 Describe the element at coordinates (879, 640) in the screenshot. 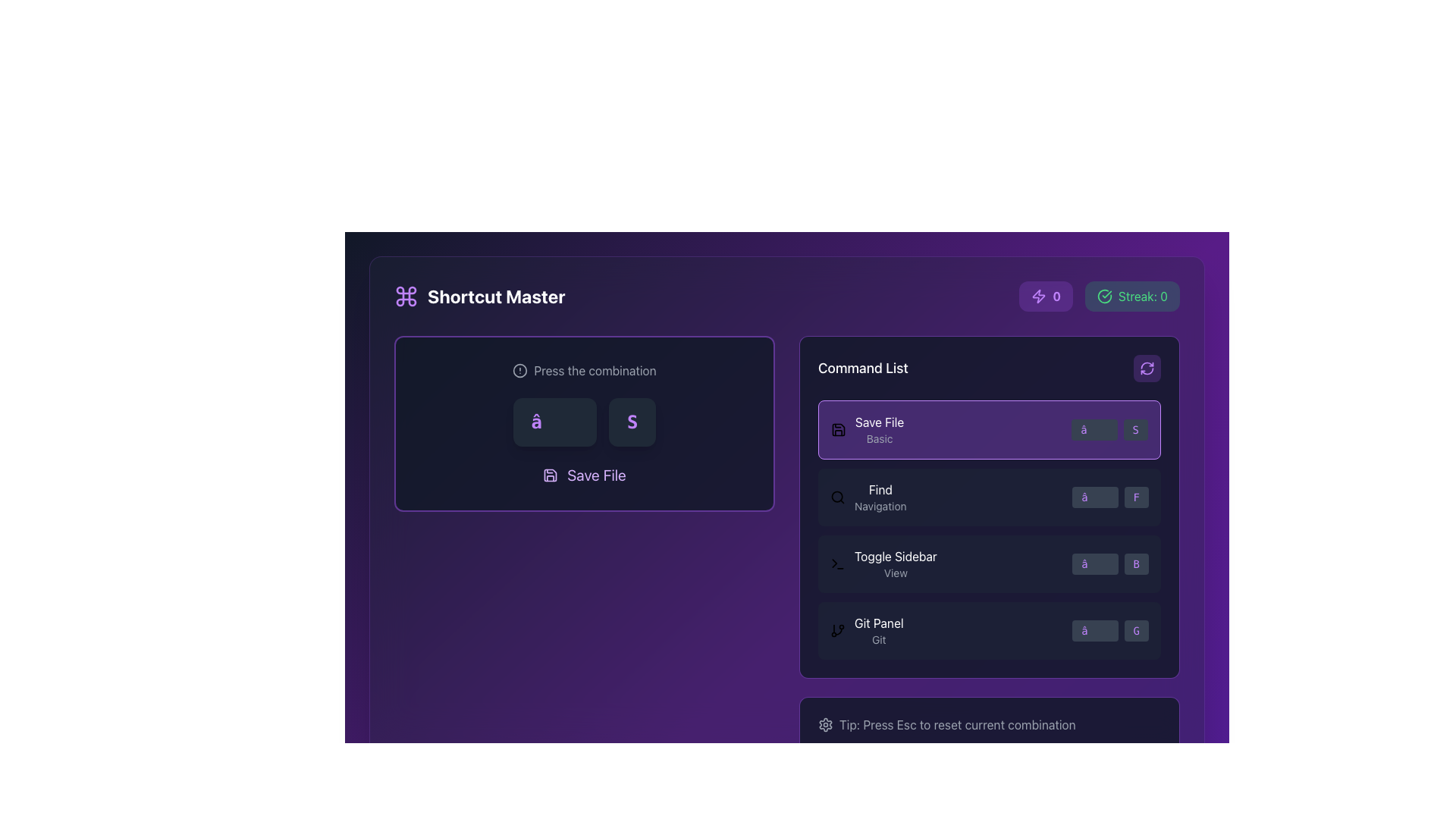

I see `the text label reading 'Git', which is styled with a small font size and gray color, located below the 'Git Panel' label in the command list layout` at that location.